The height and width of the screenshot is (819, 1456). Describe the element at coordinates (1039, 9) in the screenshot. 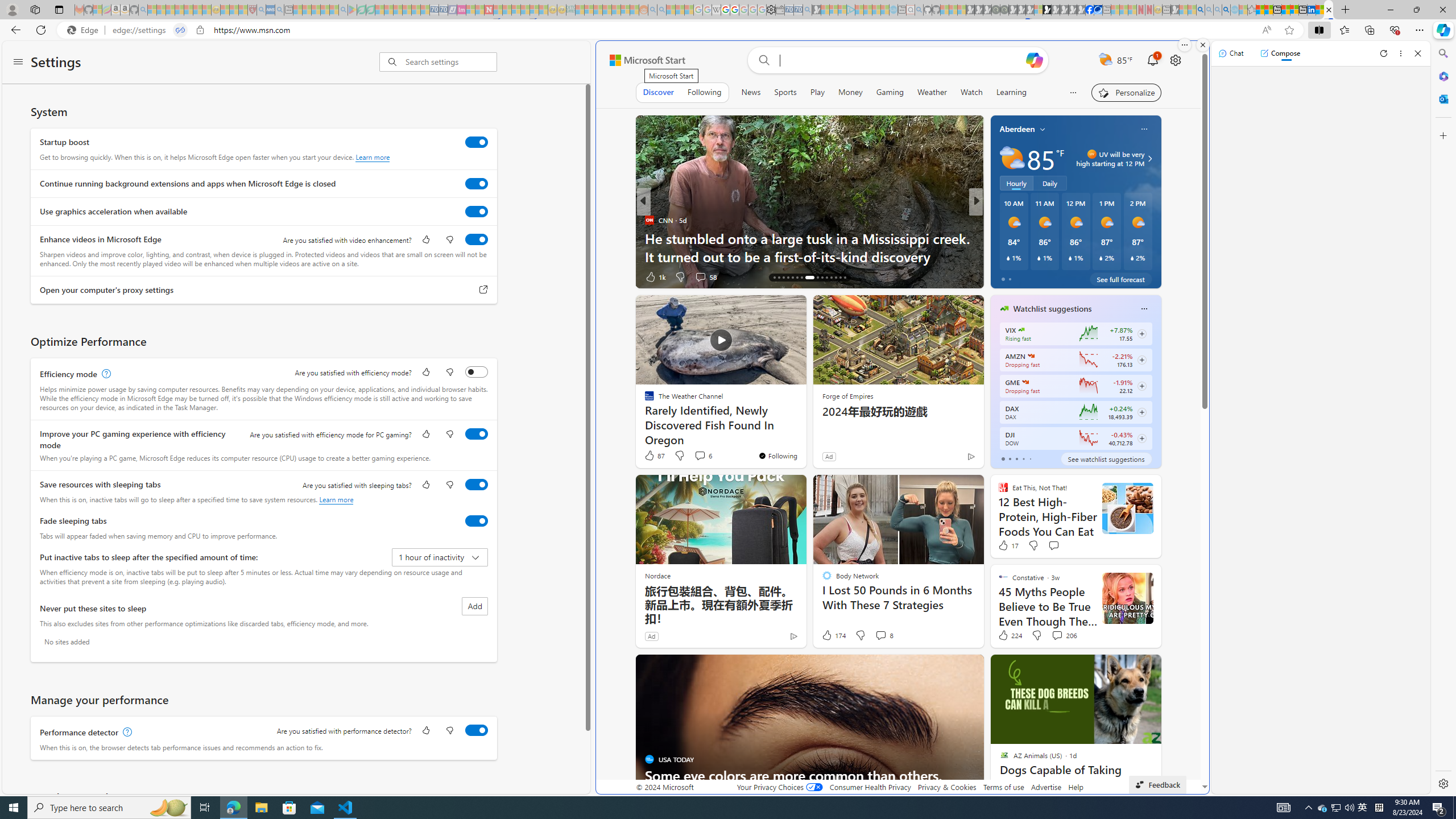

I see `'Sign in to your account - Sleeping'` at that location.